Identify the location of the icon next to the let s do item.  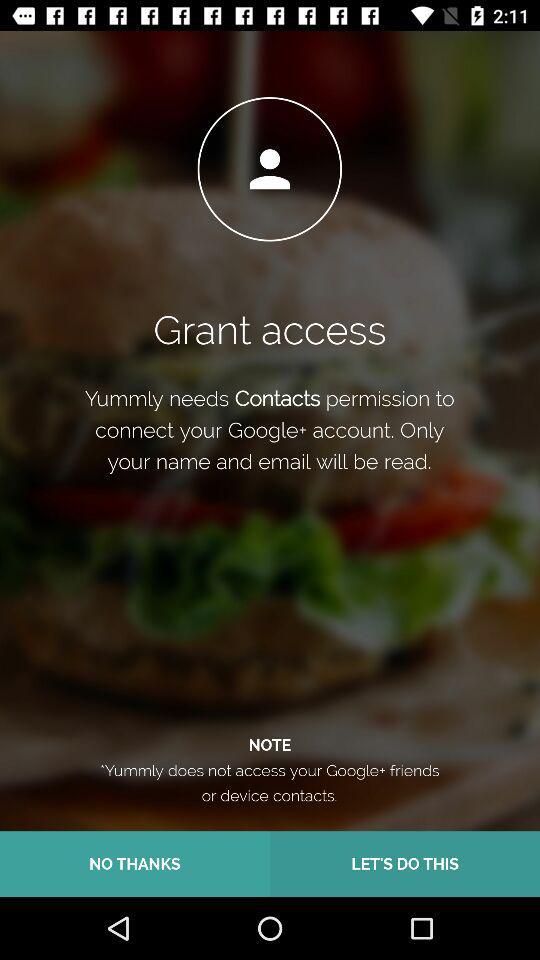
(135, 863).